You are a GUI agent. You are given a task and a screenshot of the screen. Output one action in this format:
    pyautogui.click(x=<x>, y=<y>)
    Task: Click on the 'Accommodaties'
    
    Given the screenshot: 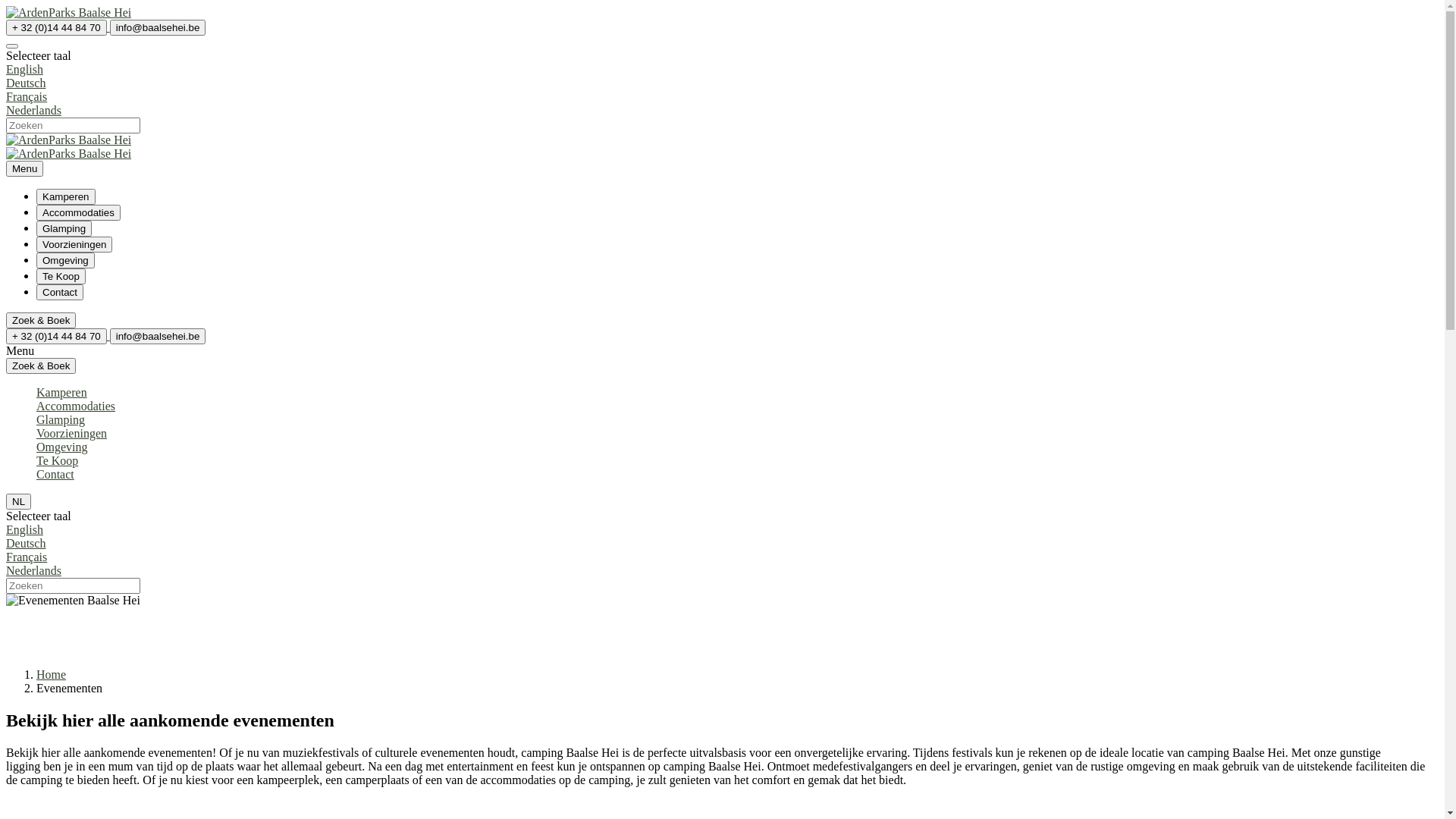 What is the action you would take?
    pyautogui.click(x=77, y=212)
    